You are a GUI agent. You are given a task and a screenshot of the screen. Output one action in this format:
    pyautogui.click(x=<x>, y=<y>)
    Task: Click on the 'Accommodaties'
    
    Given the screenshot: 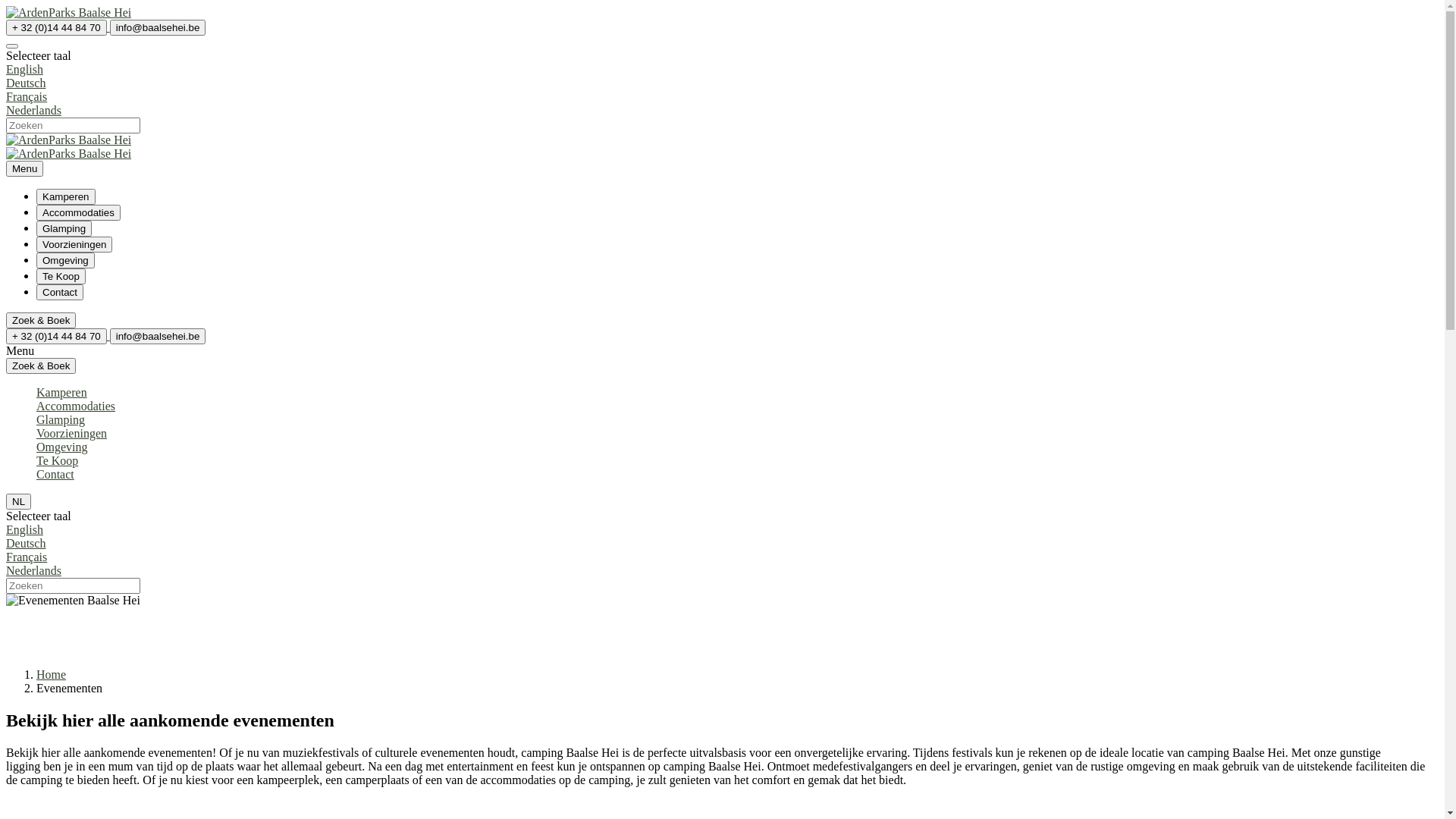 What is the action you would take?
    pyautogui.click(x=77, y=212)
    